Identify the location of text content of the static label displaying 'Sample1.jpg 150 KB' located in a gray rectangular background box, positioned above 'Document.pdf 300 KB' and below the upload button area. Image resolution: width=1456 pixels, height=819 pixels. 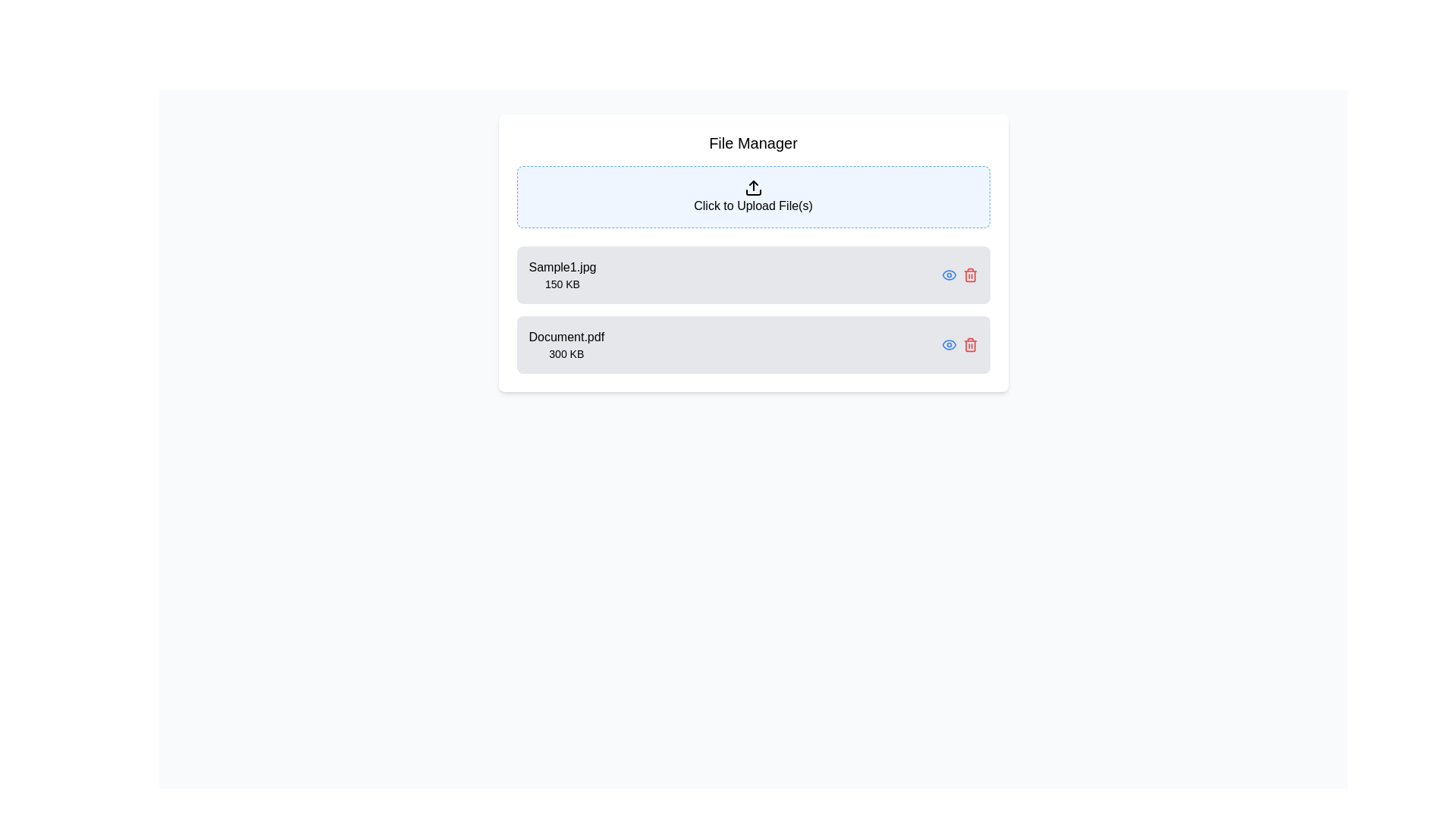
(561, 275).